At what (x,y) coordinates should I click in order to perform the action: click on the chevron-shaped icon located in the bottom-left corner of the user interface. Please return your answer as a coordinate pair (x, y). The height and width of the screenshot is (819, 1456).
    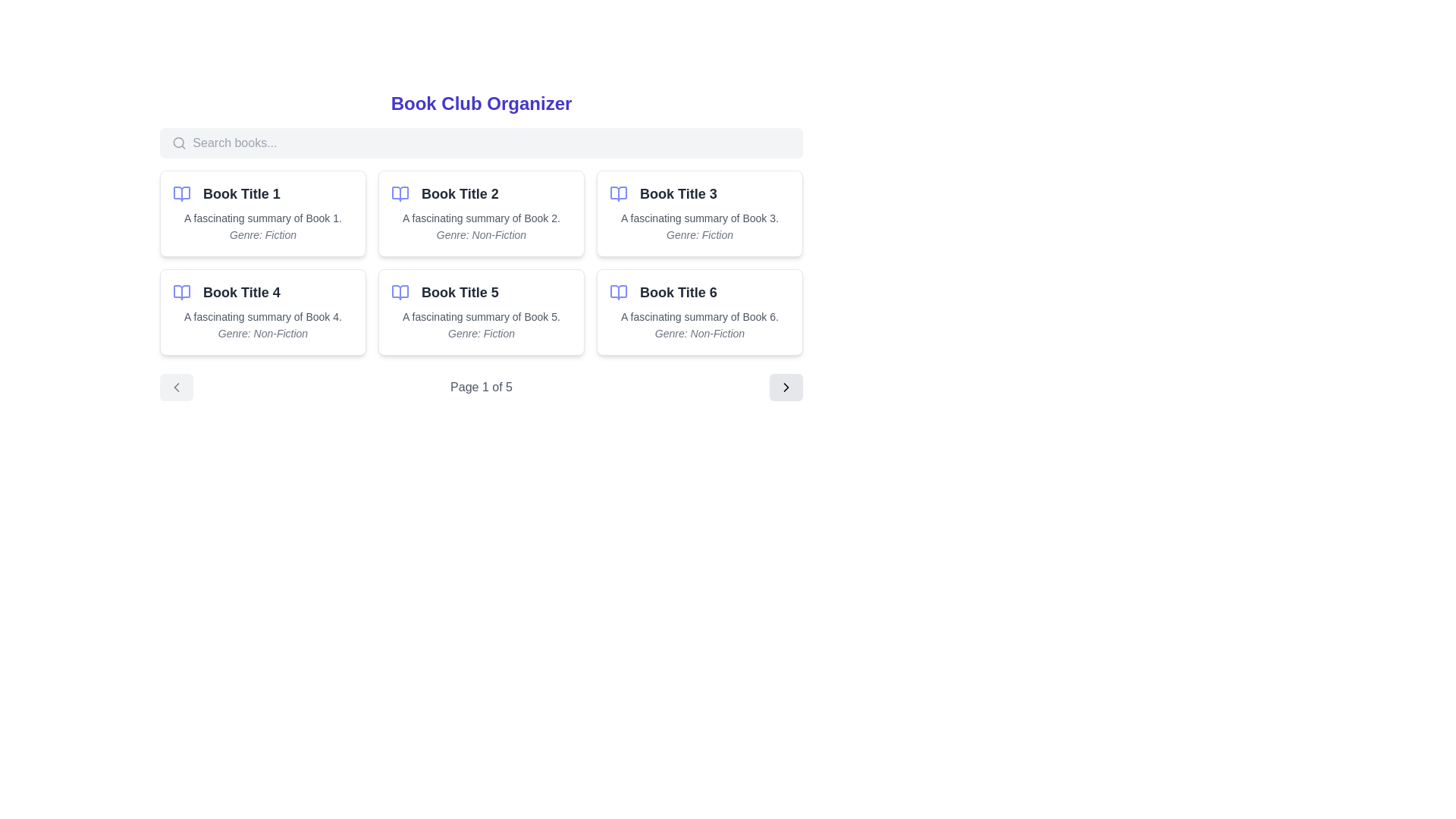
    Looking at the image, I should click on (177, 386).